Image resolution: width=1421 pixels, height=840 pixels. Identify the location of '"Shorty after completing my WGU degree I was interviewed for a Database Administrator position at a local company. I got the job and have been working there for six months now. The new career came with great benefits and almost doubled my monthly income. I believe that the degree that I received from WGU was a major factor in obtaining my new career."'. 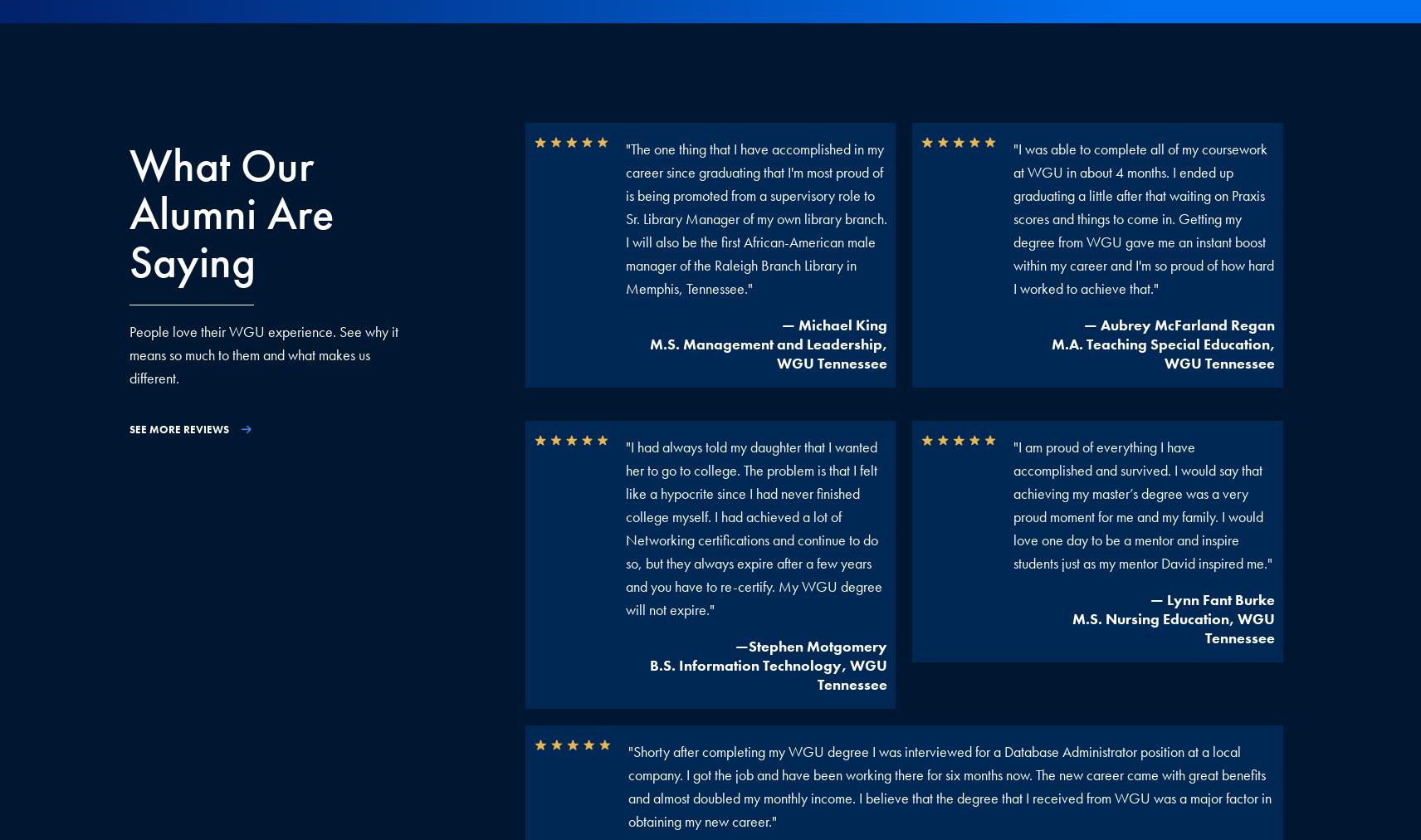
(949, 786).